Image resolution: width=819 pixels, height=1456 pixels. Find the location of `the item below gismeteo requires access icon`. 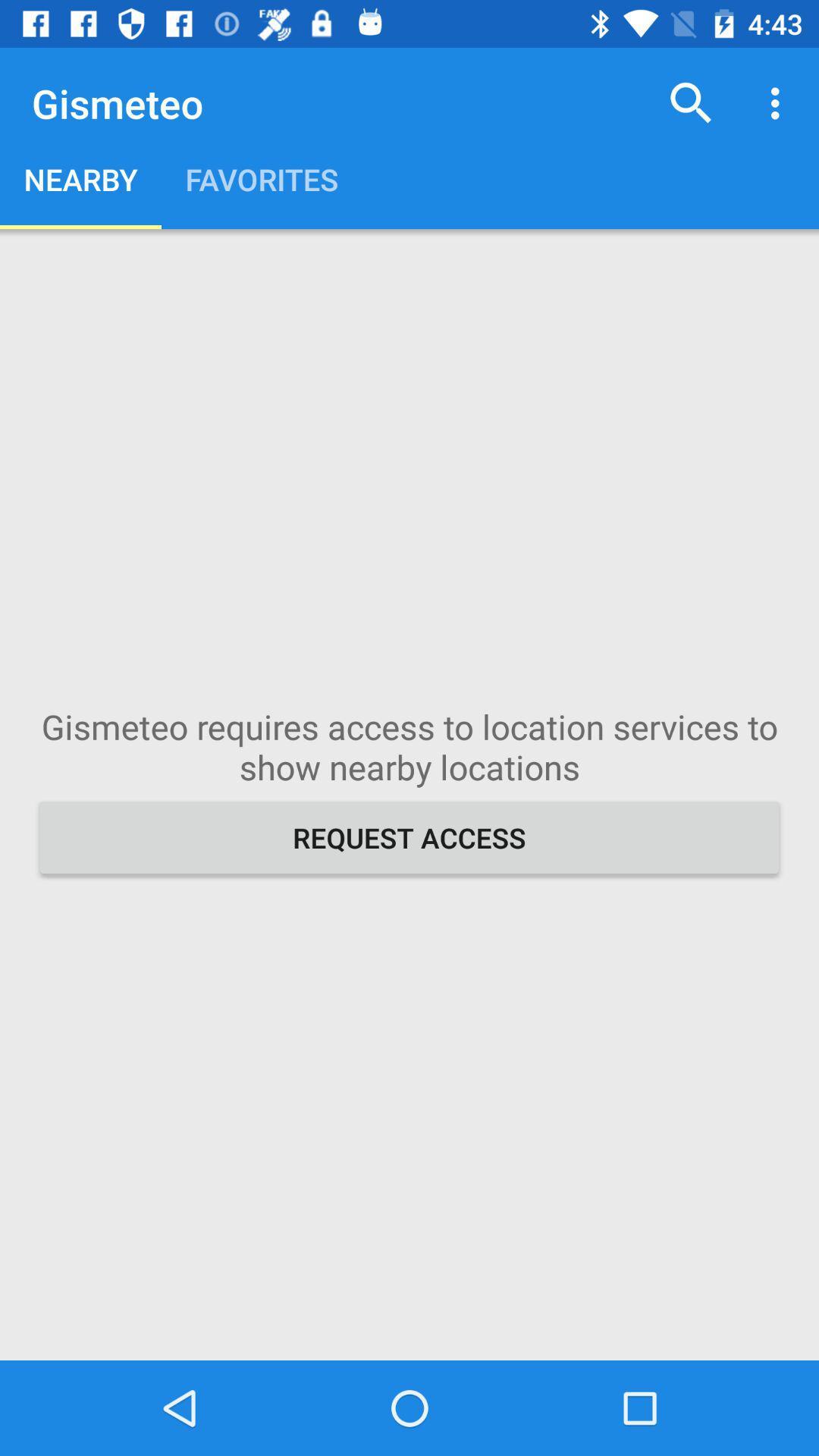

the item below gismeteo requires access icon is located at coordinates (409, 836).